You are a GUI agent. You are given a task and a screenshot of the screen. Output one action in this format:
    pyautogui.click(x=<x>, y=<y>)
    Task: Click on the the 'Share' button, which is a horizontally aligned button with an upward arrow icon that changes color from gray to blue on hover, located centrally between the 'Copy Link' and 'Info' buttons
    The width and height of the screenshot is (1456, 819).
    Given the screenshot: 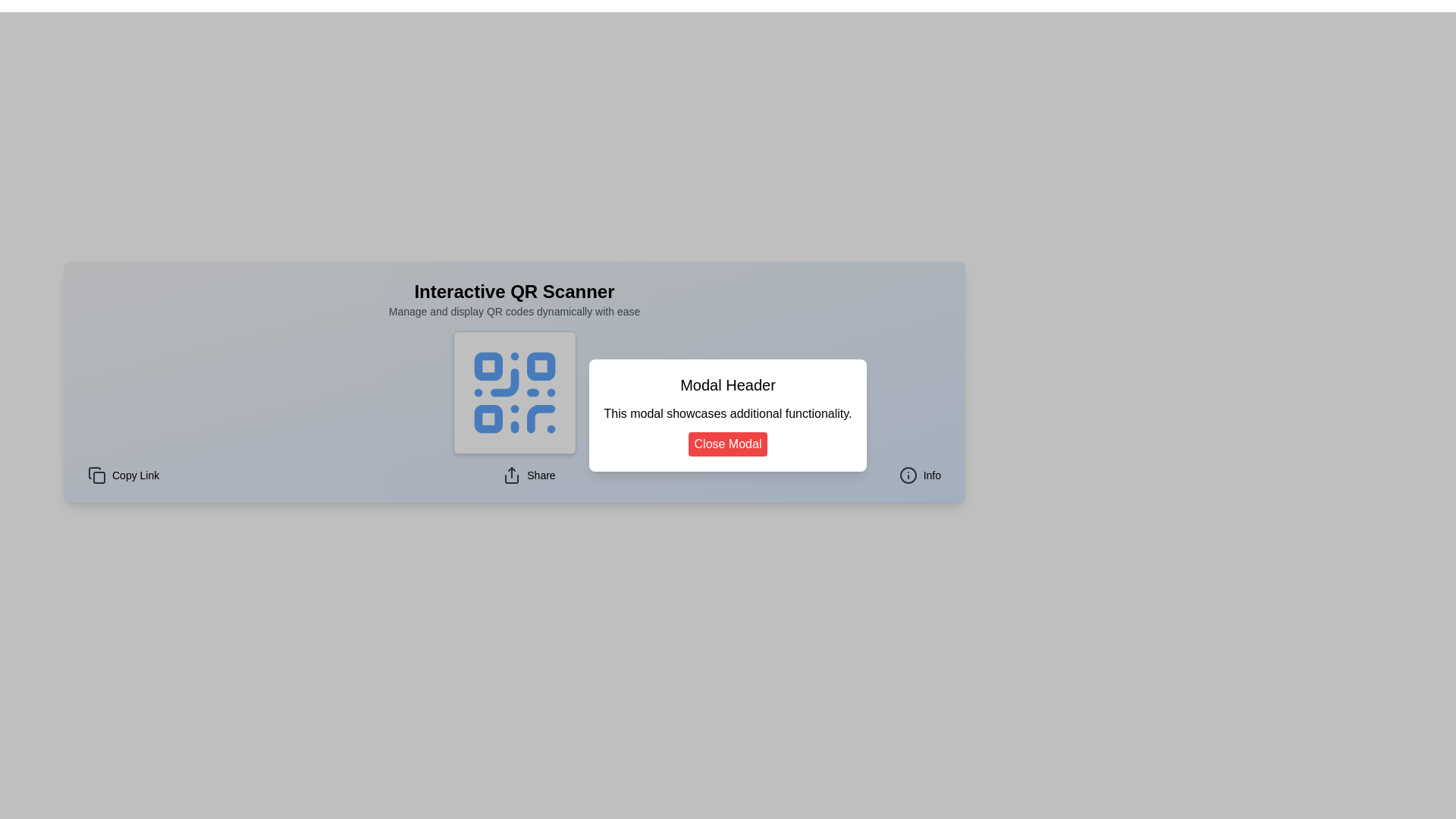 What is the action you would take?
    pyautogui.click(x=529, y=475)
    